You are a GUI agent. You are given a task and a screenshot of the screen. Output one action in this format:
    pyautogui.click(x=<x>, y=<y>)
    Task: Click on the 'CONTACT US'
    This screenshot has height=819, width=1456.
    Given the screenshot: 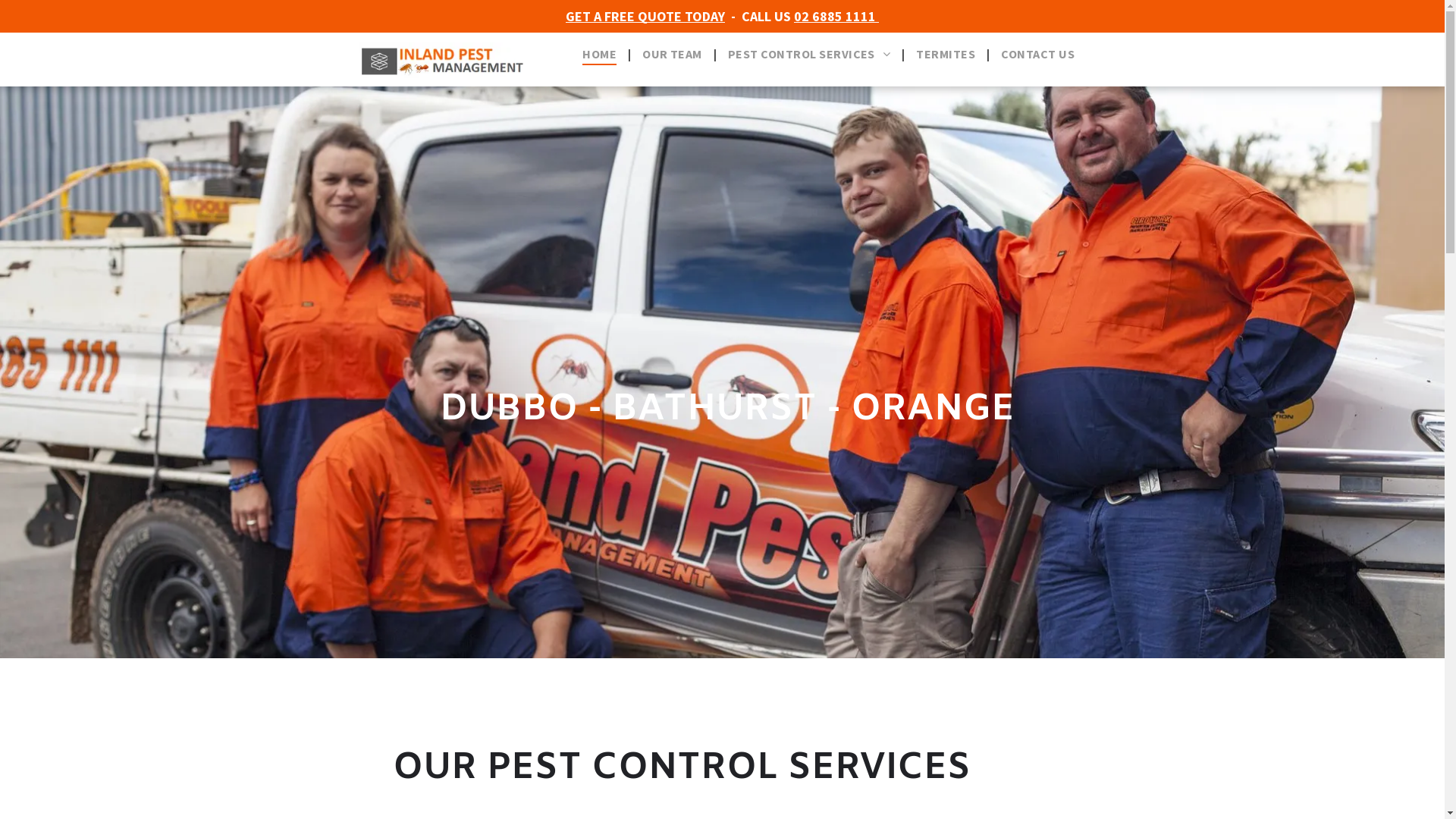 What is the action you would take?
    pyautogui.click(x=1037, y=52)
    